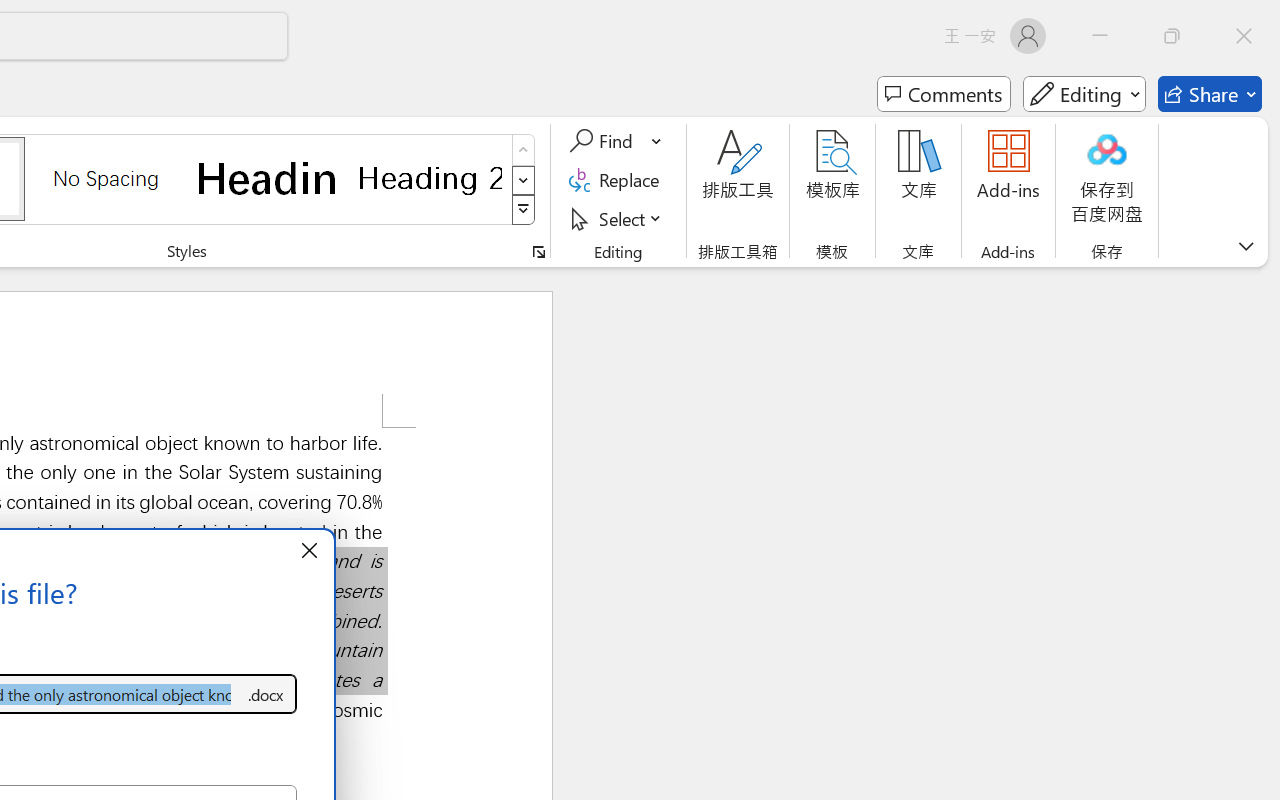 The image size is (1280, 800). Describe the element at coordinates (617, 218) in the screenshot. I see `'Select'` at that location.